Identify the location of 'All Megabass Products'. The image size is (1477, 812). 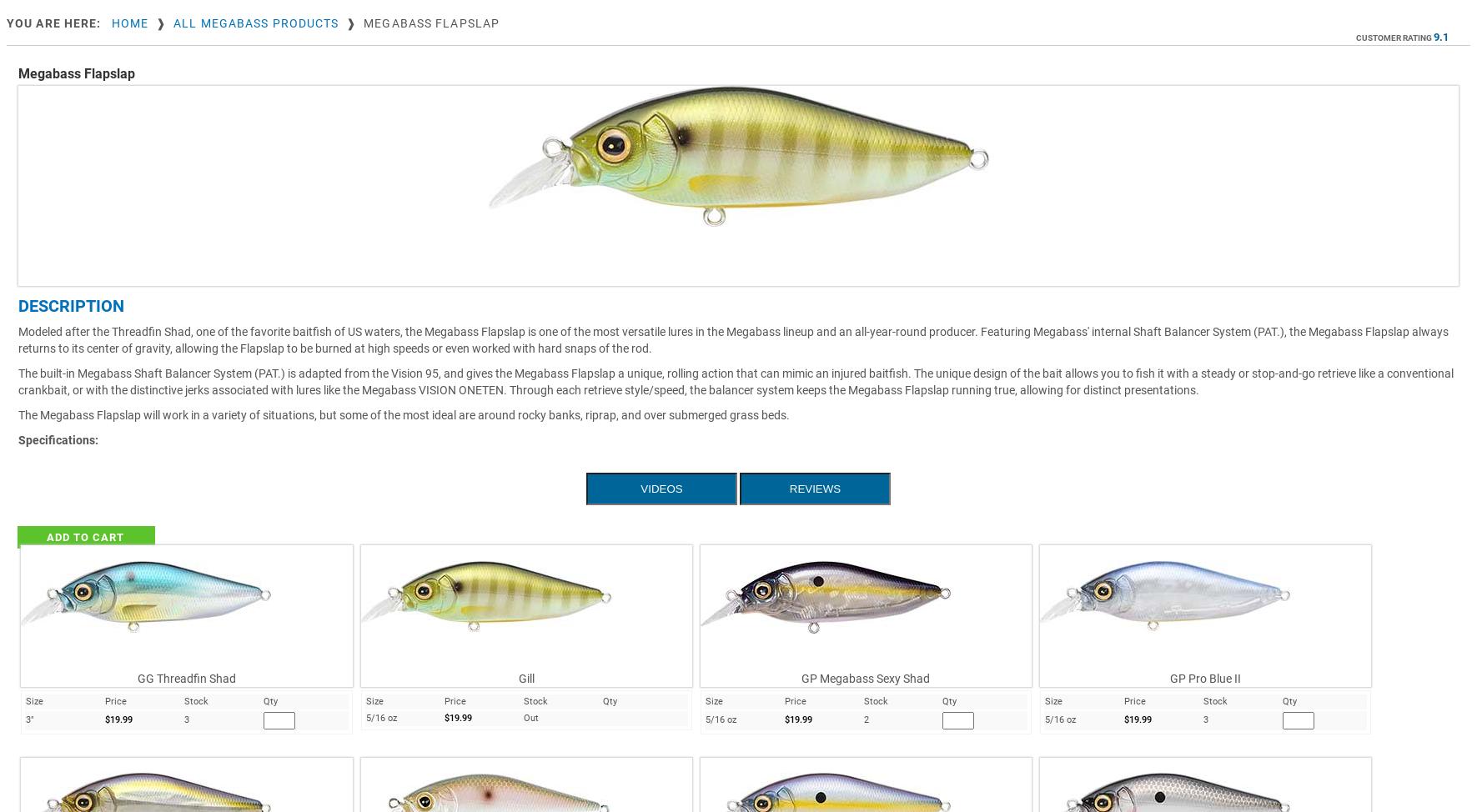
(254, 22).